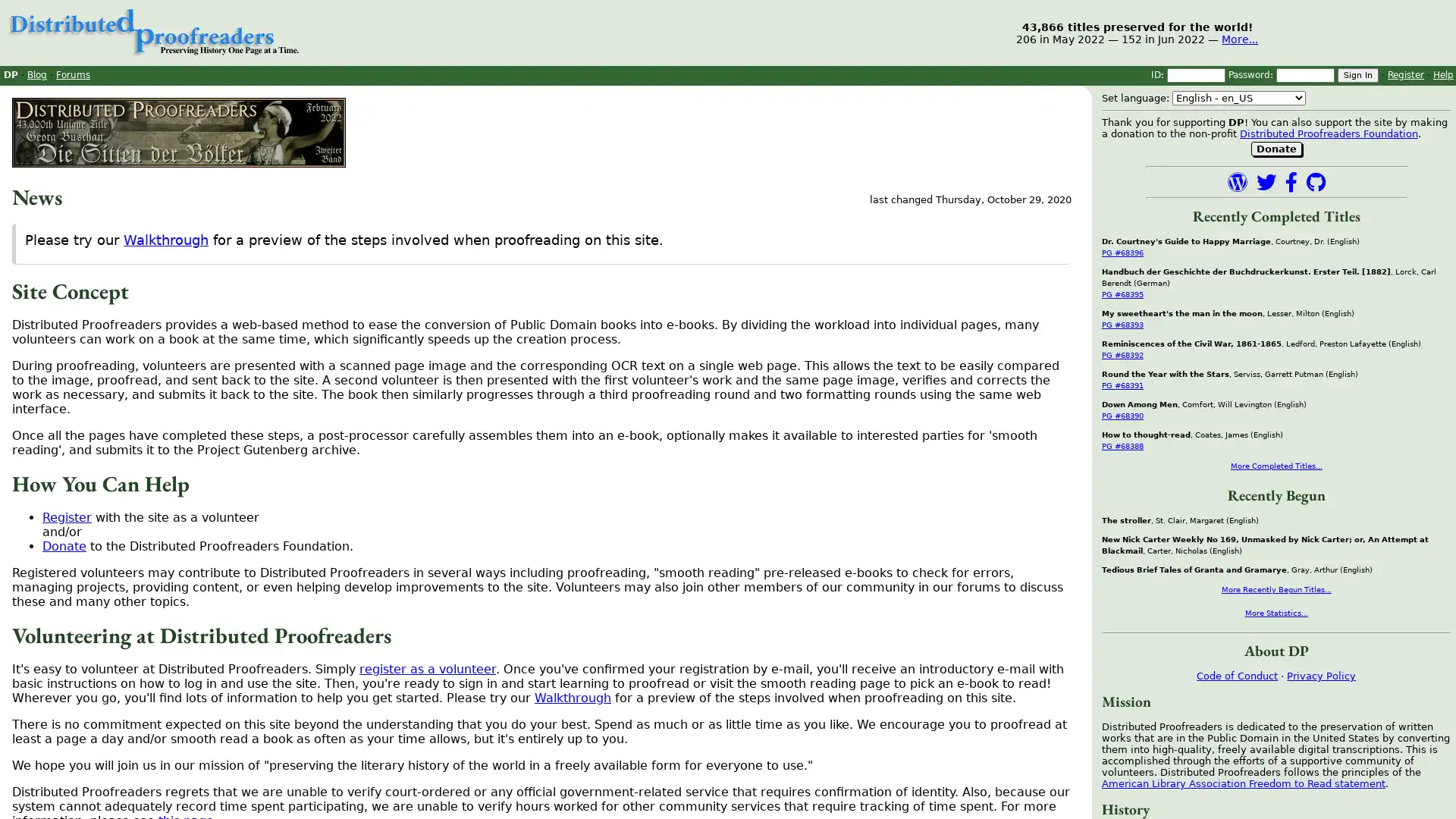 Image resolution: width=1456 pixels, height=819 pixels. I want to click on Donate, so click(1275, 148).